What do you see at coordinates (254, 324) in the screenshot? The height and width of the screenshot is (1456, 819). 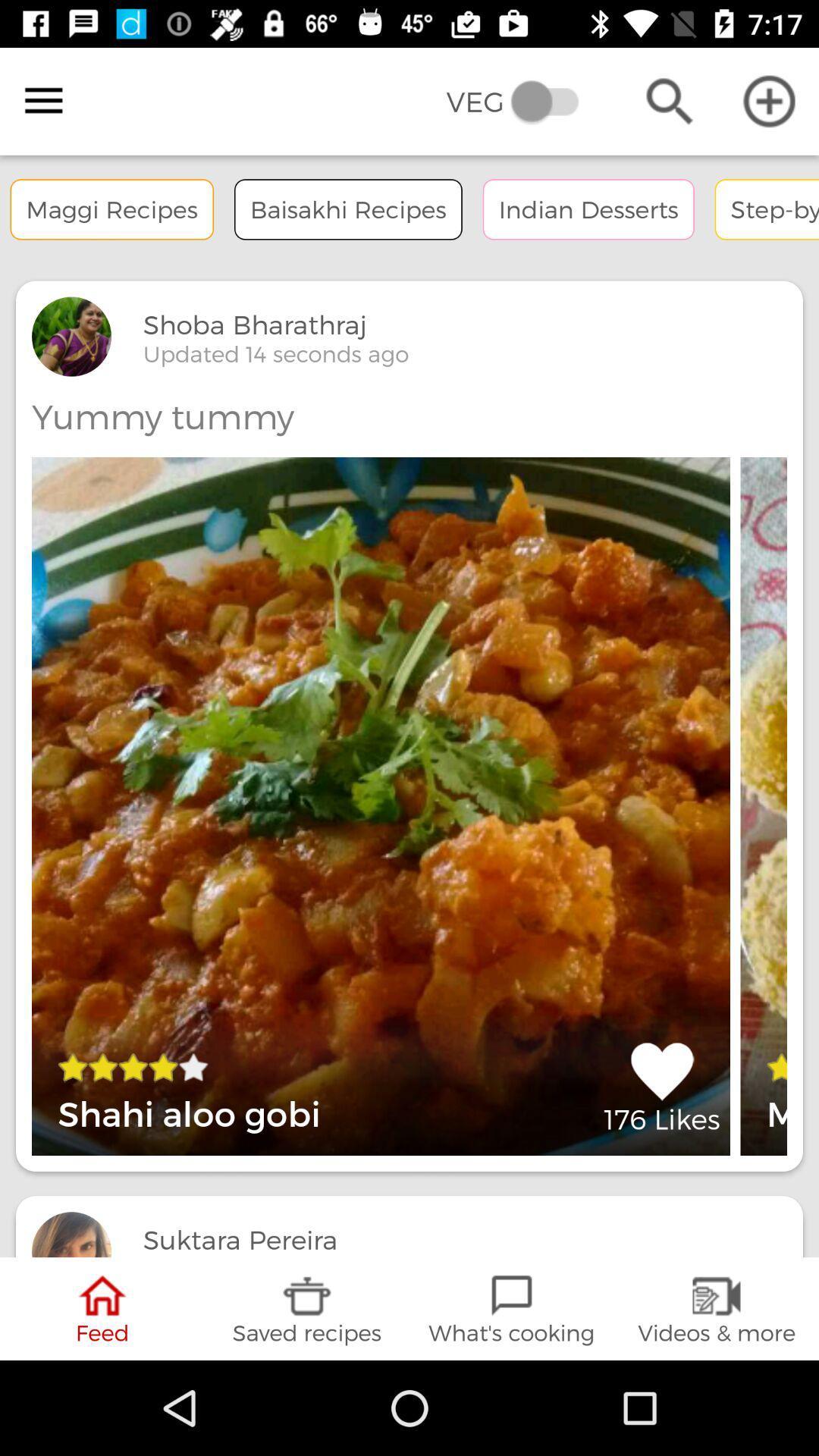 I see `the shoba bharathraj` at bounding box center [254, 324].